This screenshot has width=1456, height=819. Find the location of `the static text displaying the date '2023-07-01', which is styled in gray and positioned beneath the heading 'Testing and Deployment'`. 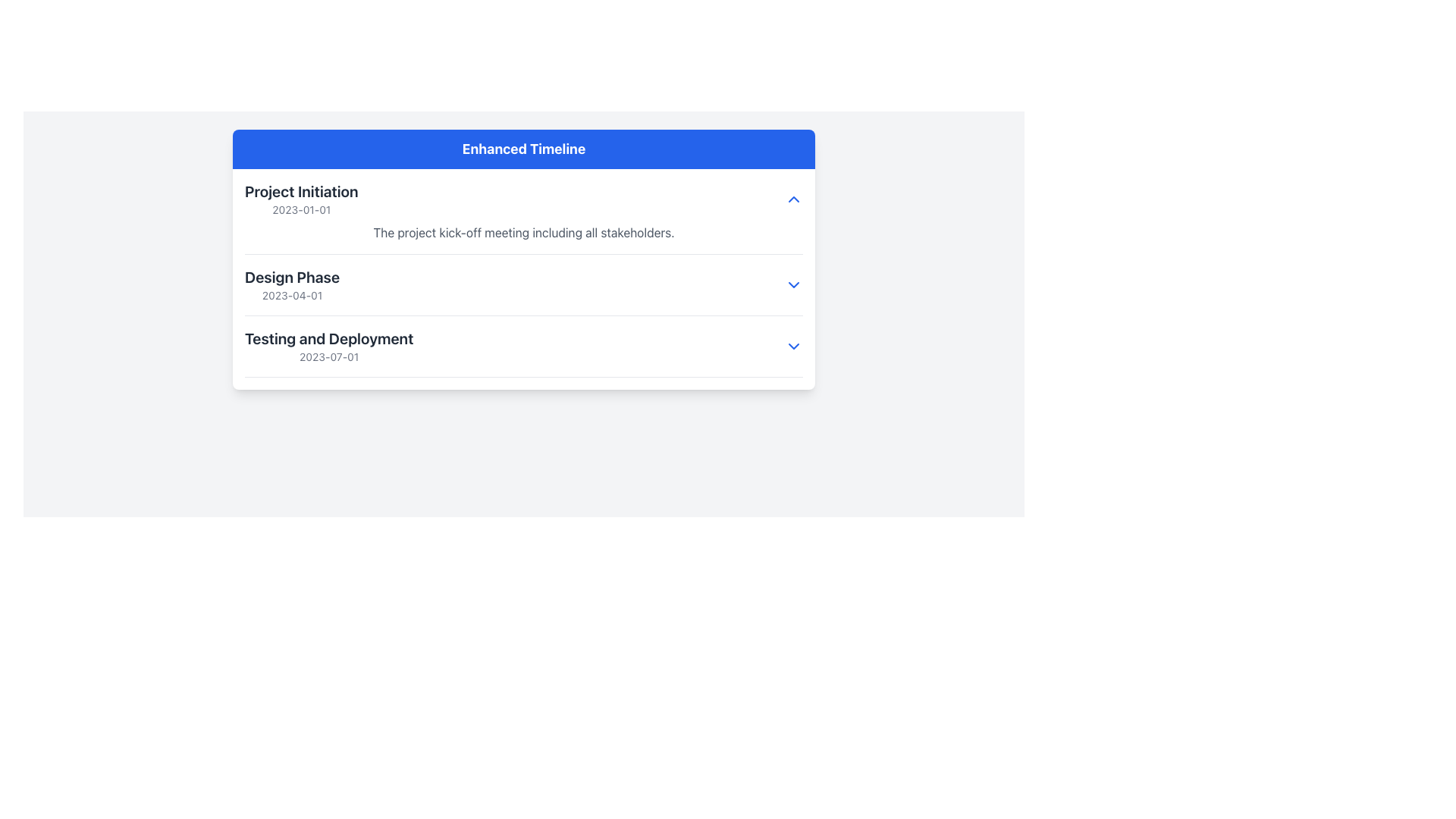

the static text displaying the date '2023-07-01', which is styled in gray and positioned beneath the heading 'Testing and Deployment' is located at coordinates (328, 356).